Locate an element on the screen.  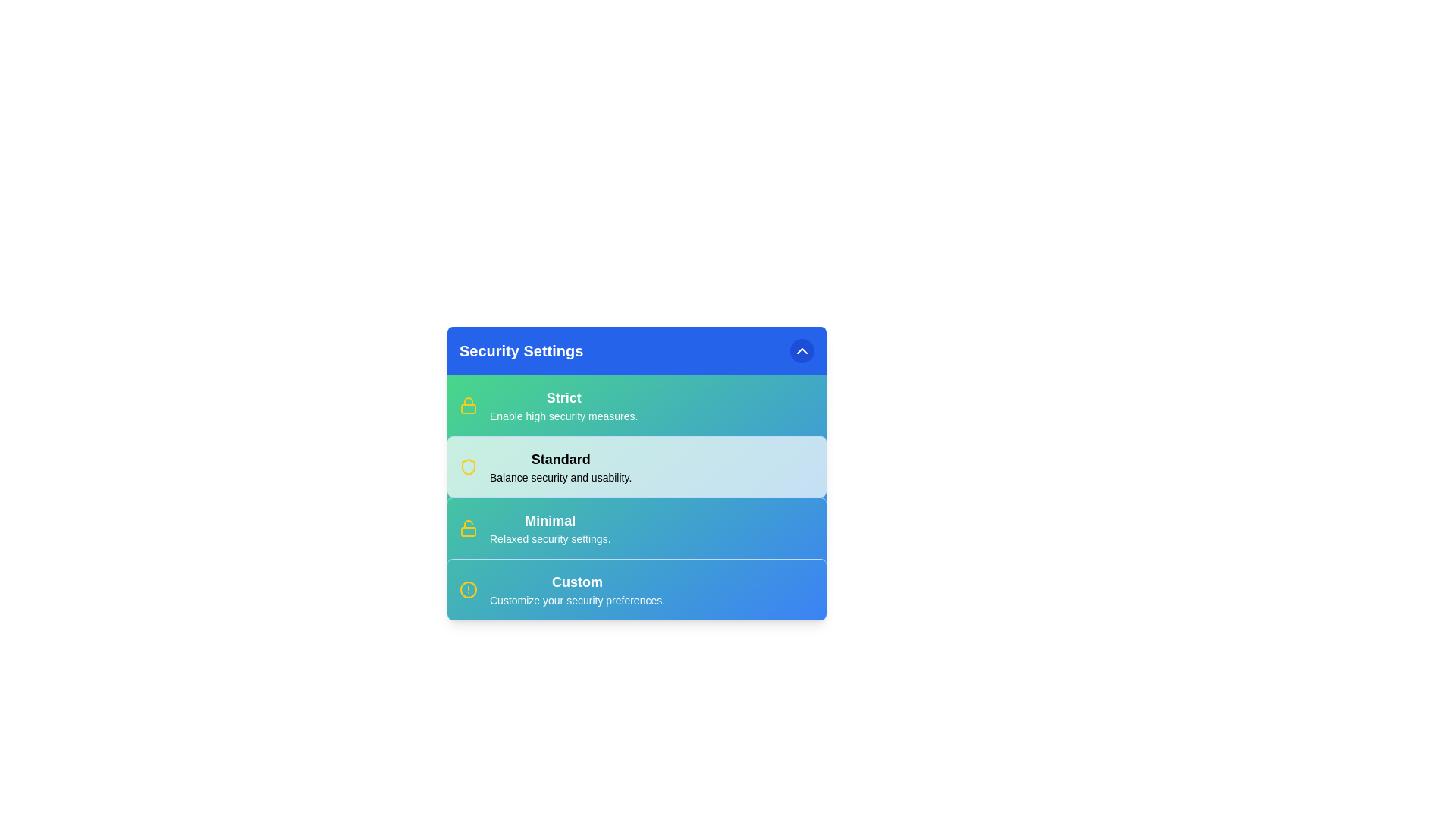
the security option Strict from the menu is located at coordinates (563, 405).